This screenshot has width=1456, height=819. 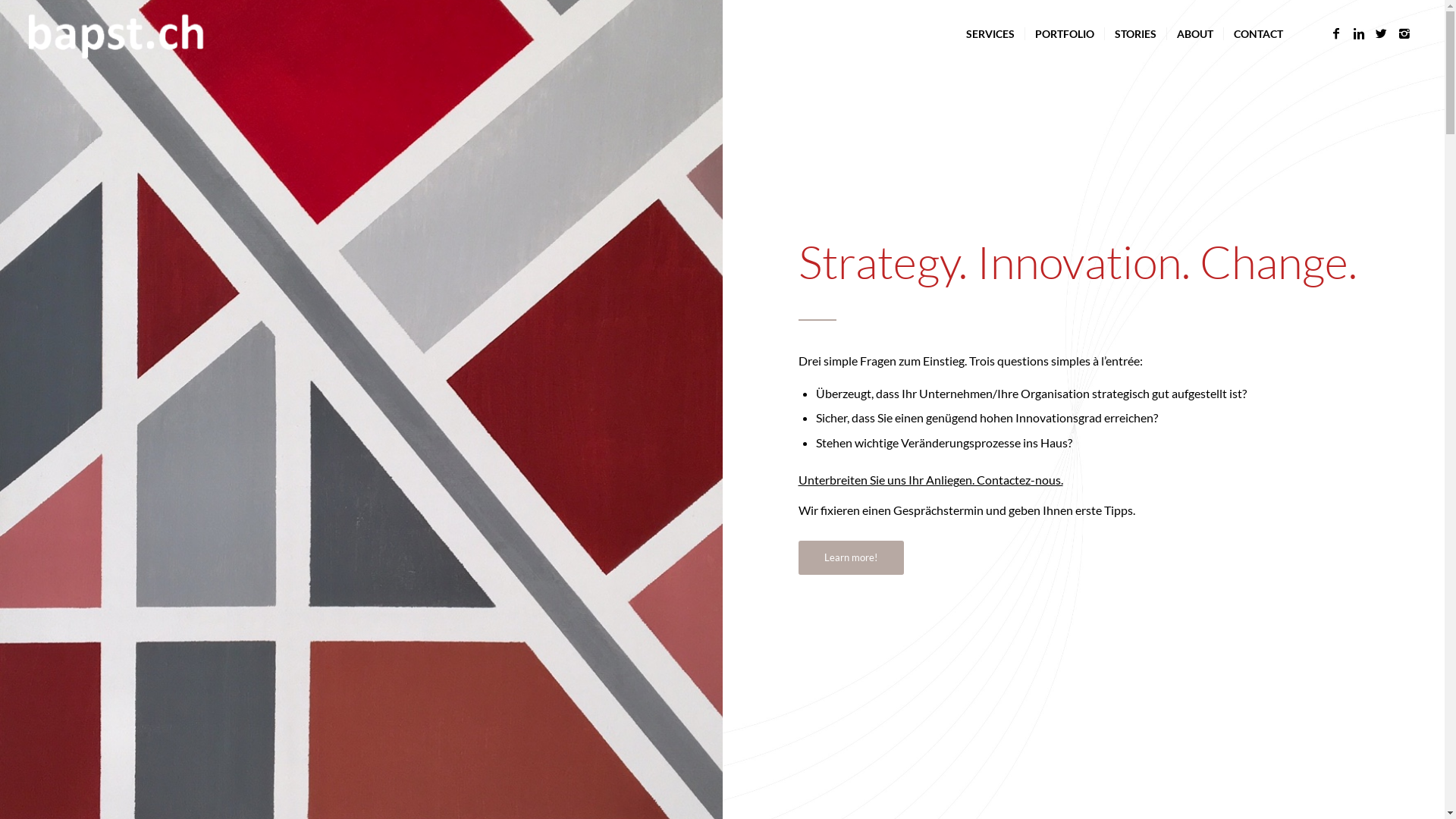 I want to click on 'STORIES', so click(x=1103, y=34).